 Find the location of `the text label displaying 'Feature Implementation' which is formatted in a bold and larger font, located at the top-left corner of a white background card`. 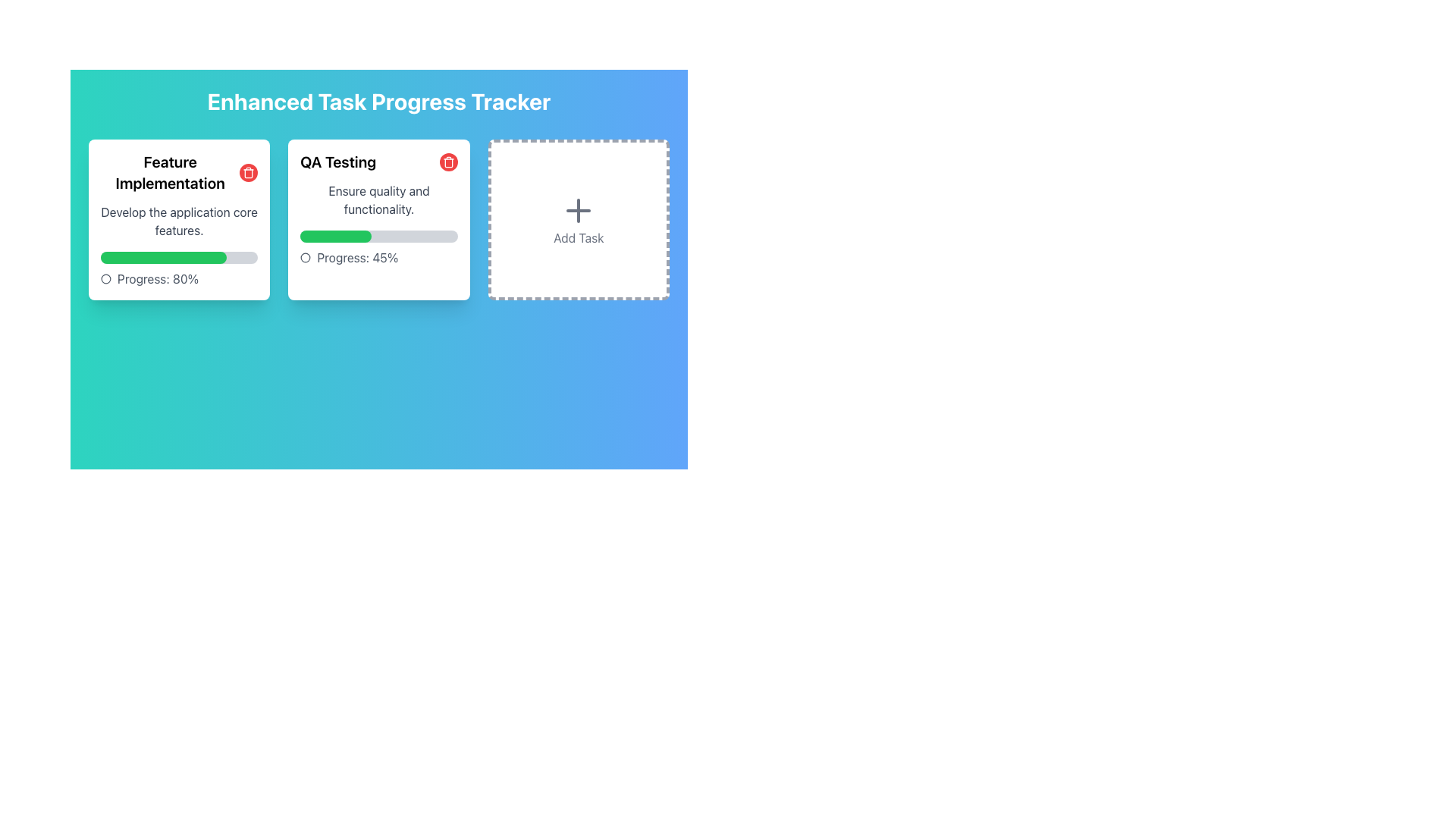

the text label displaying 'Feature Implementation' which is formatted in a bold and larger font, located at the top-left corner of a white background card is located at coordinates (179, 171).